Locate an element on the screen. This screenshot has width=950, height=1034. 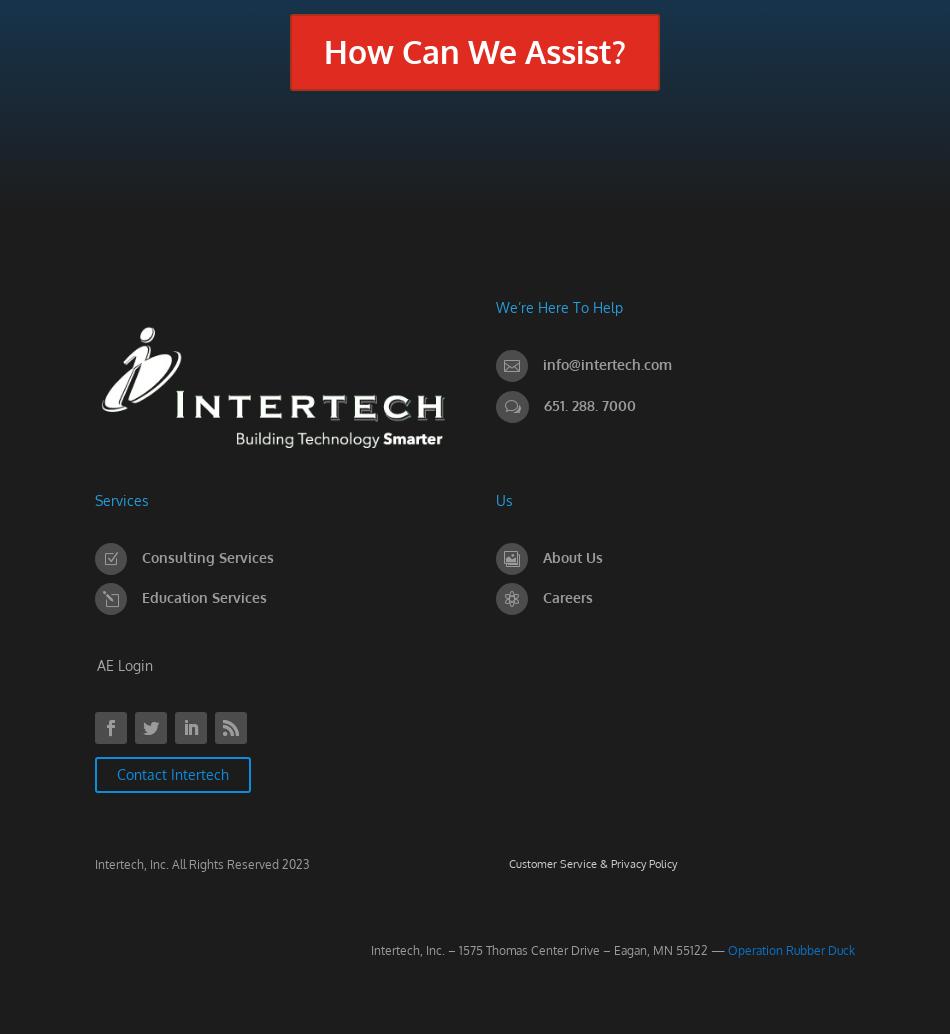
'AE Login' is located at coordinates (125, 665).